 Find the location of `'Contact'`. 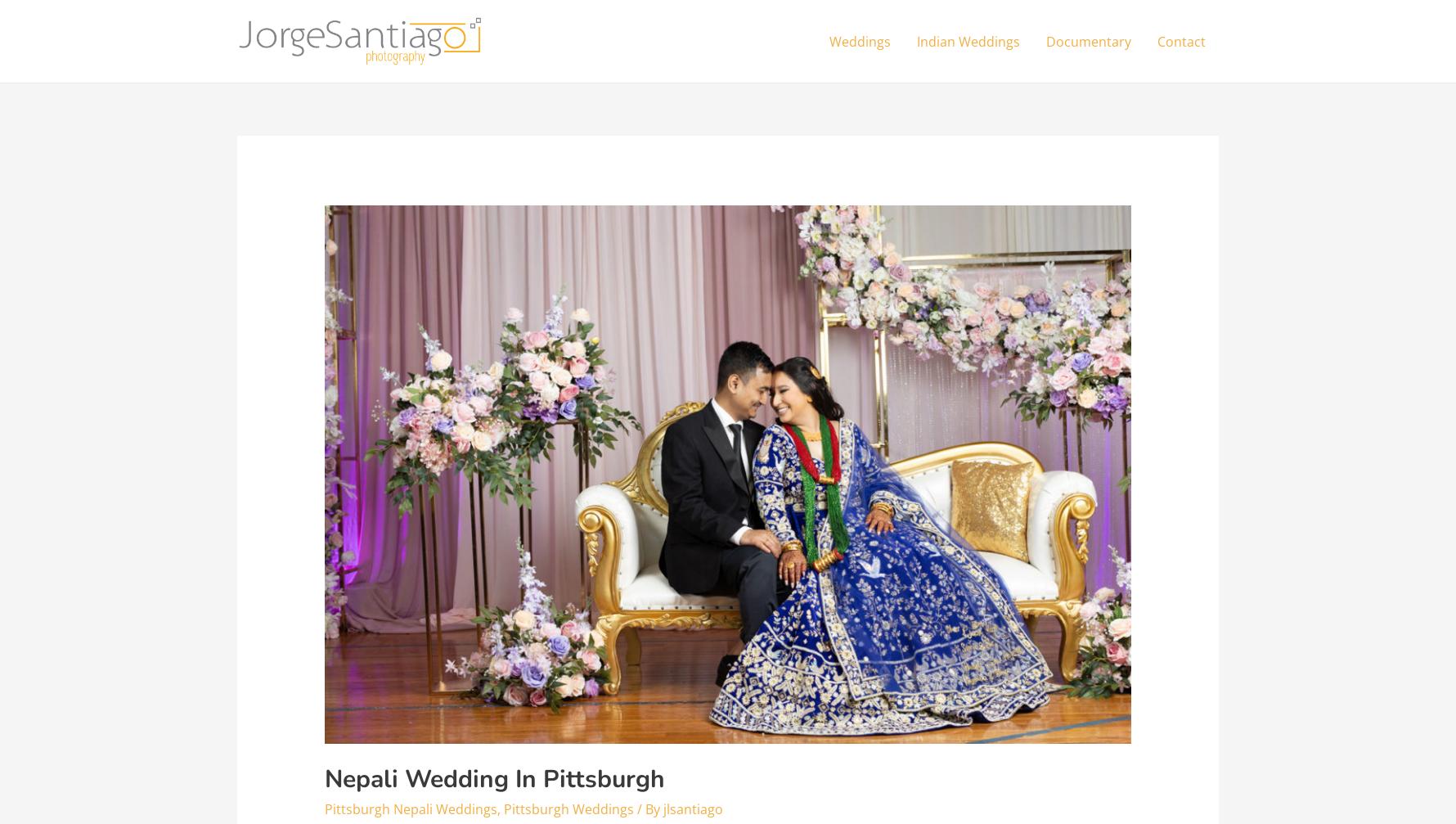

'Contact' is located at coordinates (1180, 41).